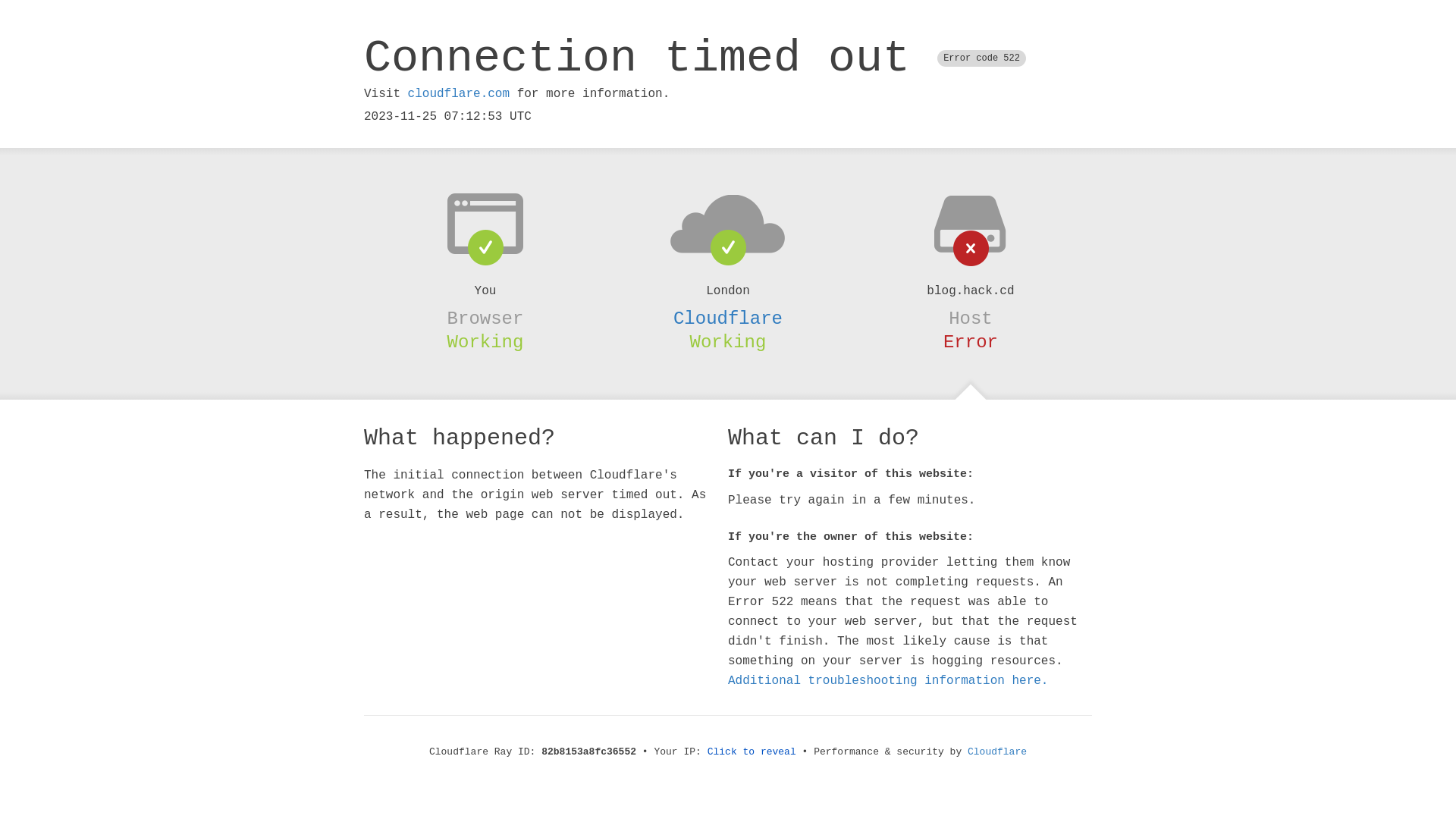 The height and width of the screenshot is (819, 1456). I want to click on 'cloudflare.com', so click(457, 93).